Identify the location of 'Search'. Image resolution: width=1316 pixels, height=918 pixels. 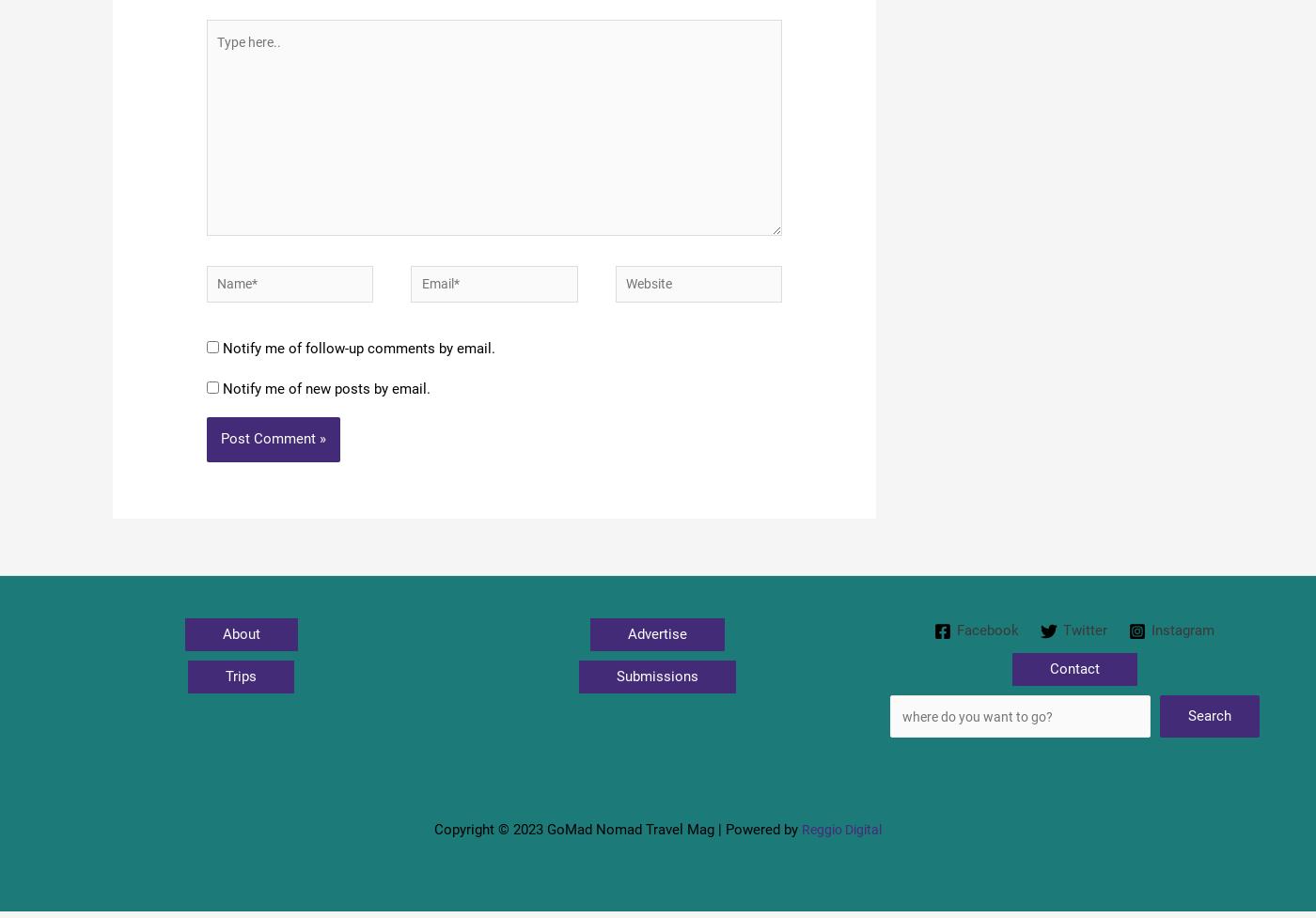
(1188, 734).